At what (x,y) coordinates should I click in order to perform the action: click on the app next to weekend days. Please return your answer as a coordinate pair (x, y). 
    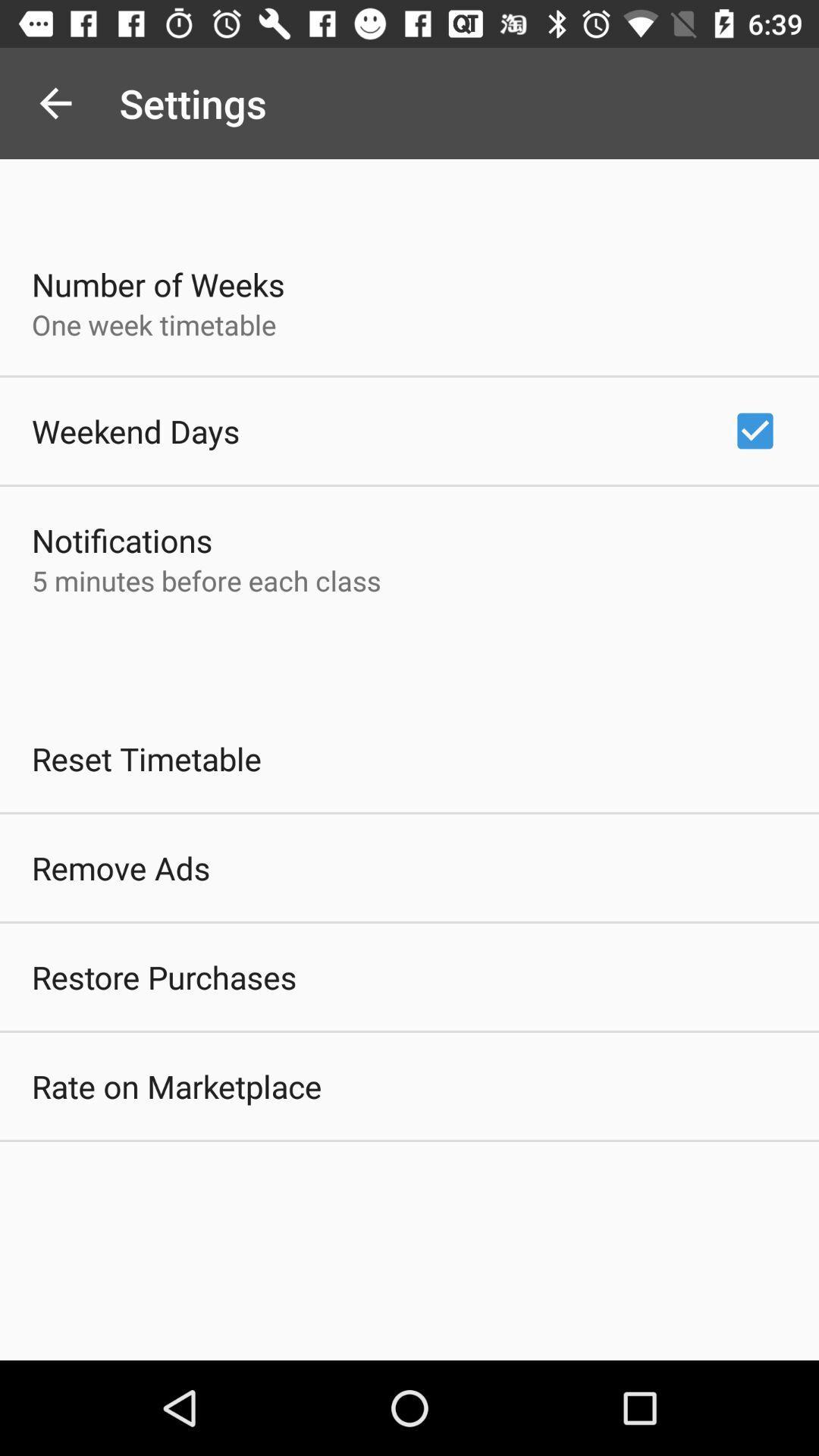
    Looking at the image, I should click on (755, 430).